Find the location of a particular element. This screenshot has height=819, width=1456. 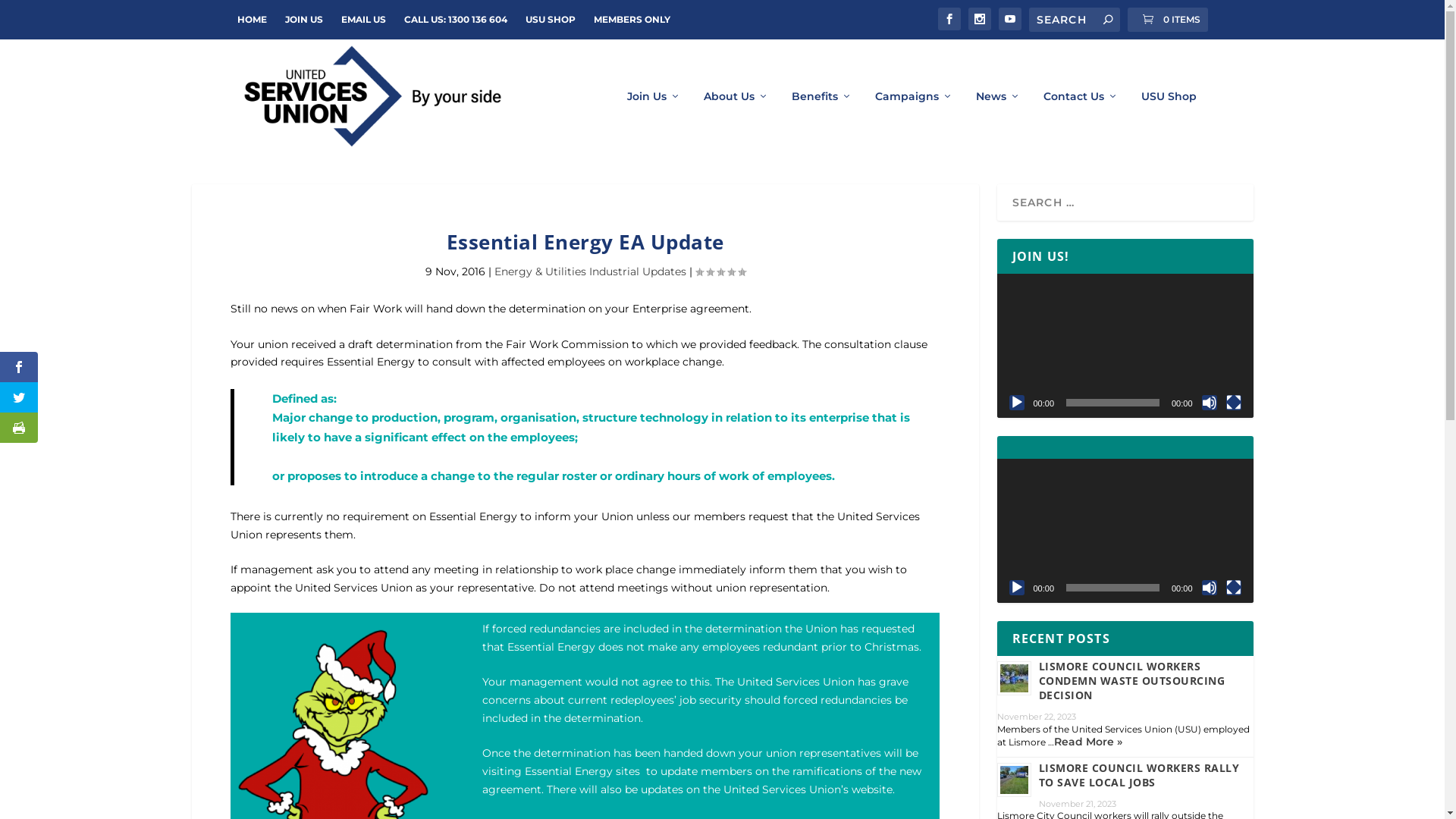

'Search' is located at coordinates (31, 14).